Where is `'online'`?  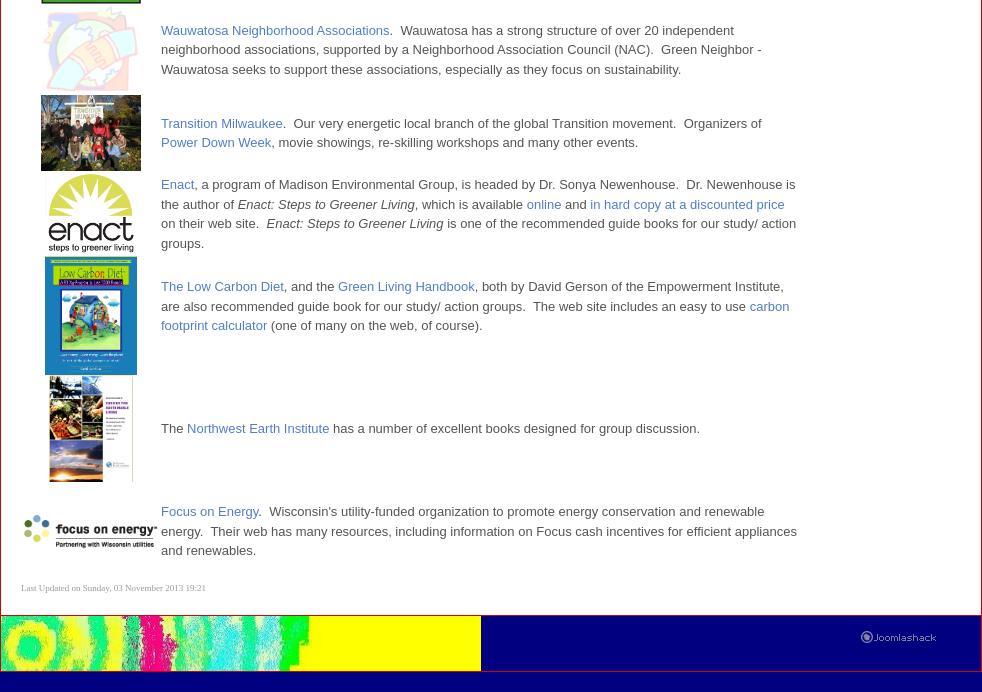
'online' is located at coordinates (524, 203).